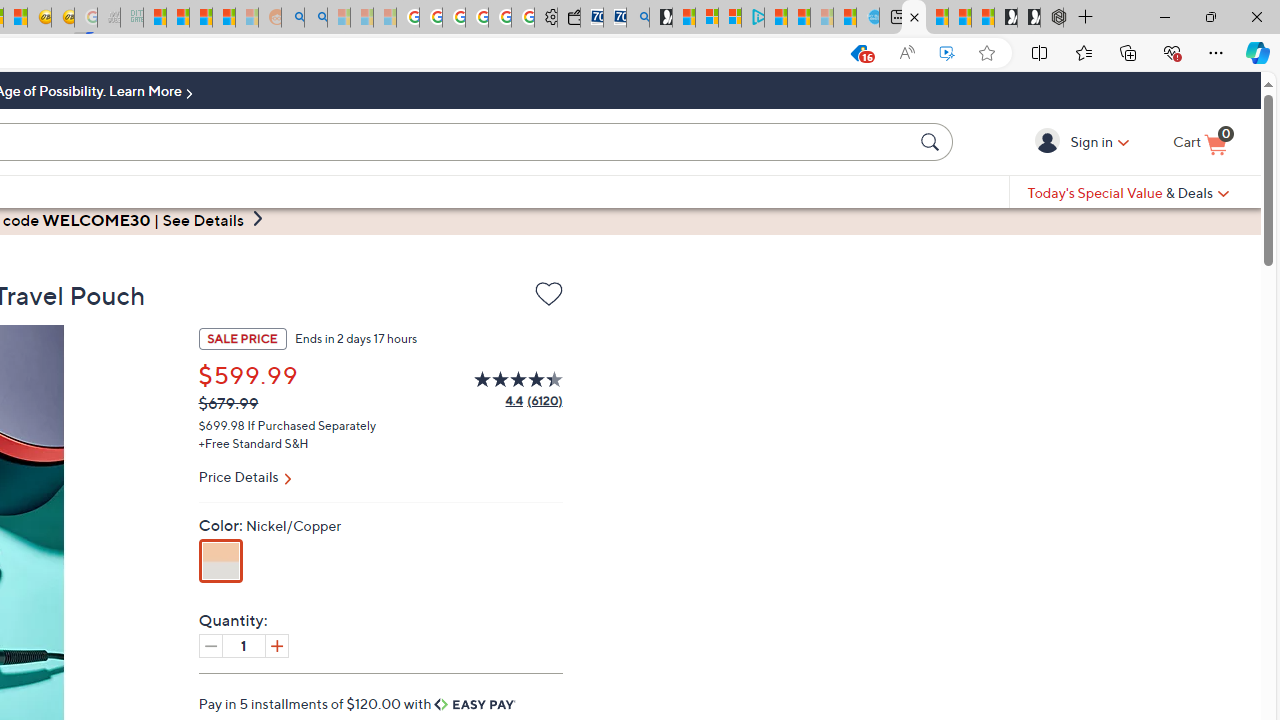 Image resolution: width=1280 pixels, height=720 pixels. I want to click on 'You have the best price!', so click(858, 52).